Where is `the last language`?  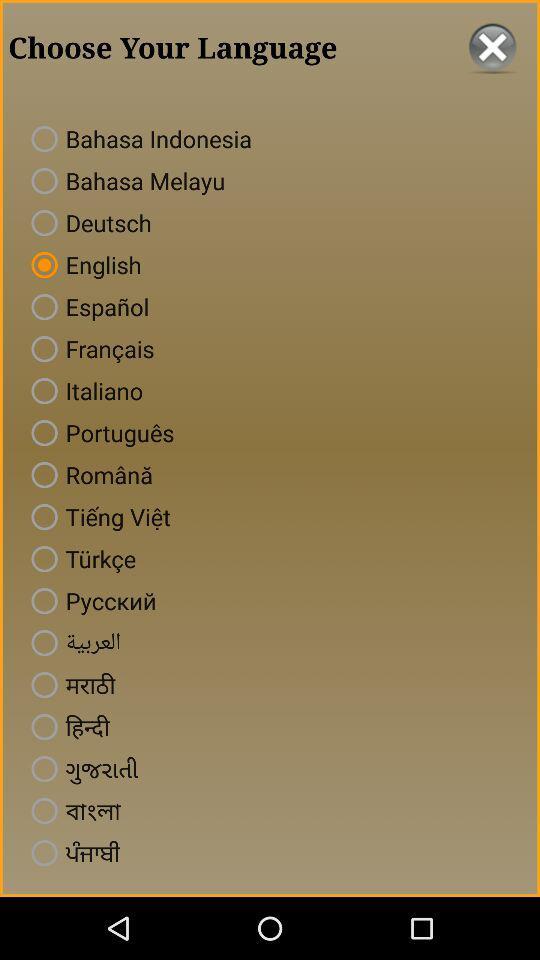
the last language is located at coordinates (70, 851).